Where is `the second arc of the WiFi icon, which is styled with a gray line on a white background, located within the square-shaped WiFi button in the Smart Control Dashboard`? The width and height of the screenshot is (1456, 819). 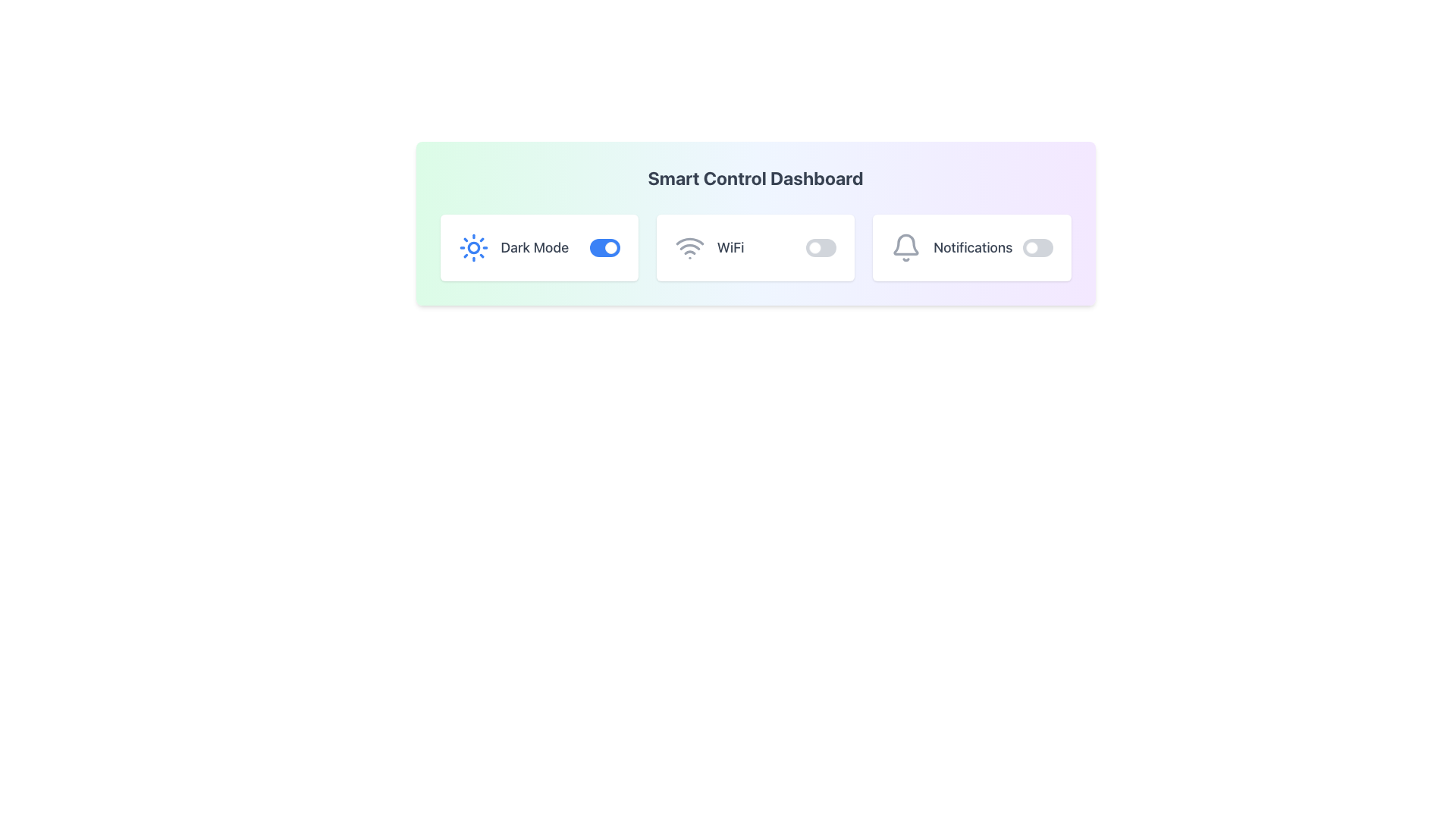
the second arc of the WiFi icon, which is styled with a gray line on a white background, located within the square-shaped WiFi button in the Smart Control Dashboard is located at coordinates (689, 240).